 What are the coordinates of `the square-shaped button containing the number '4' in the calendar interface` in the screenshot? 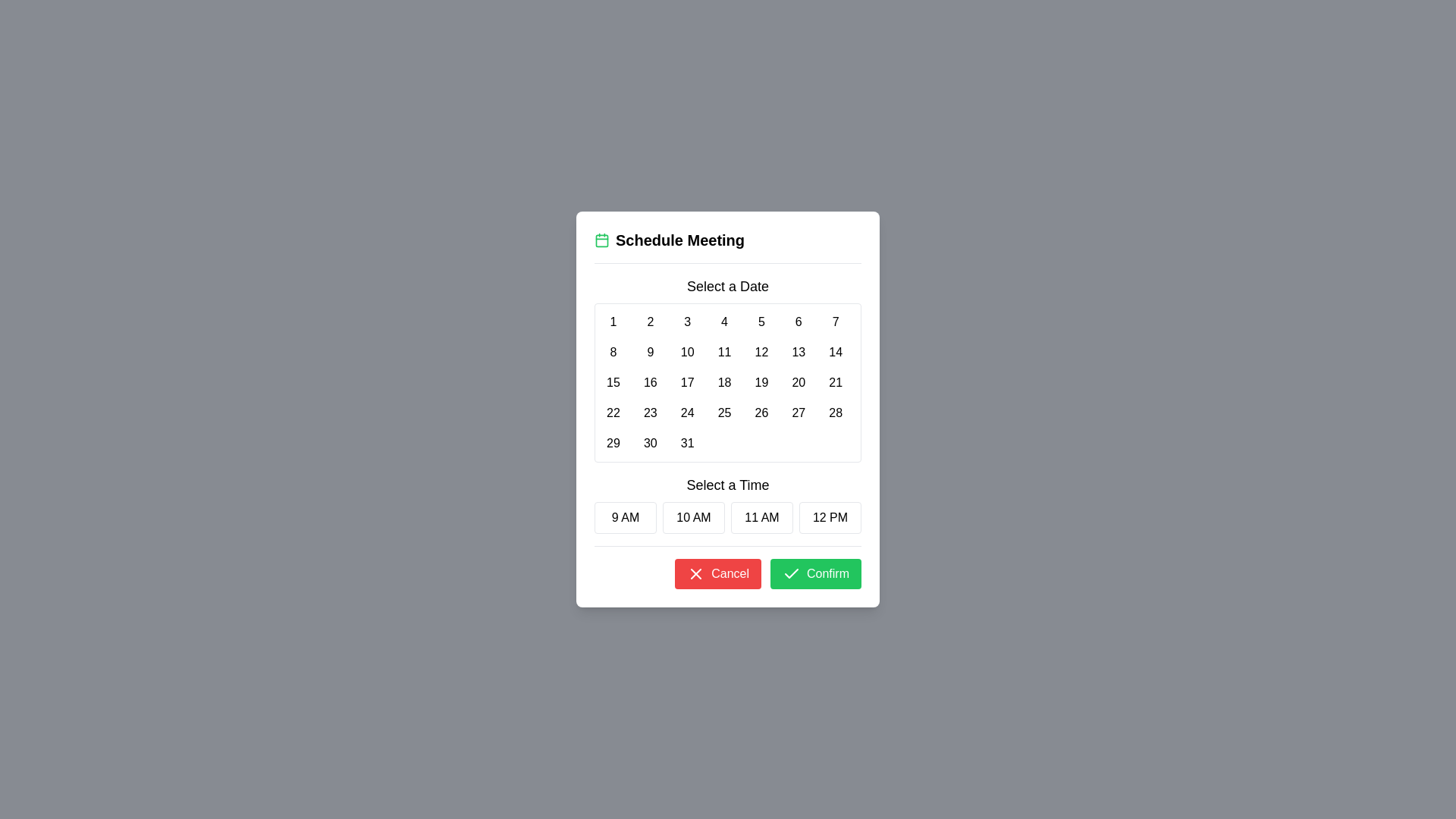 It's located at (723, 321).